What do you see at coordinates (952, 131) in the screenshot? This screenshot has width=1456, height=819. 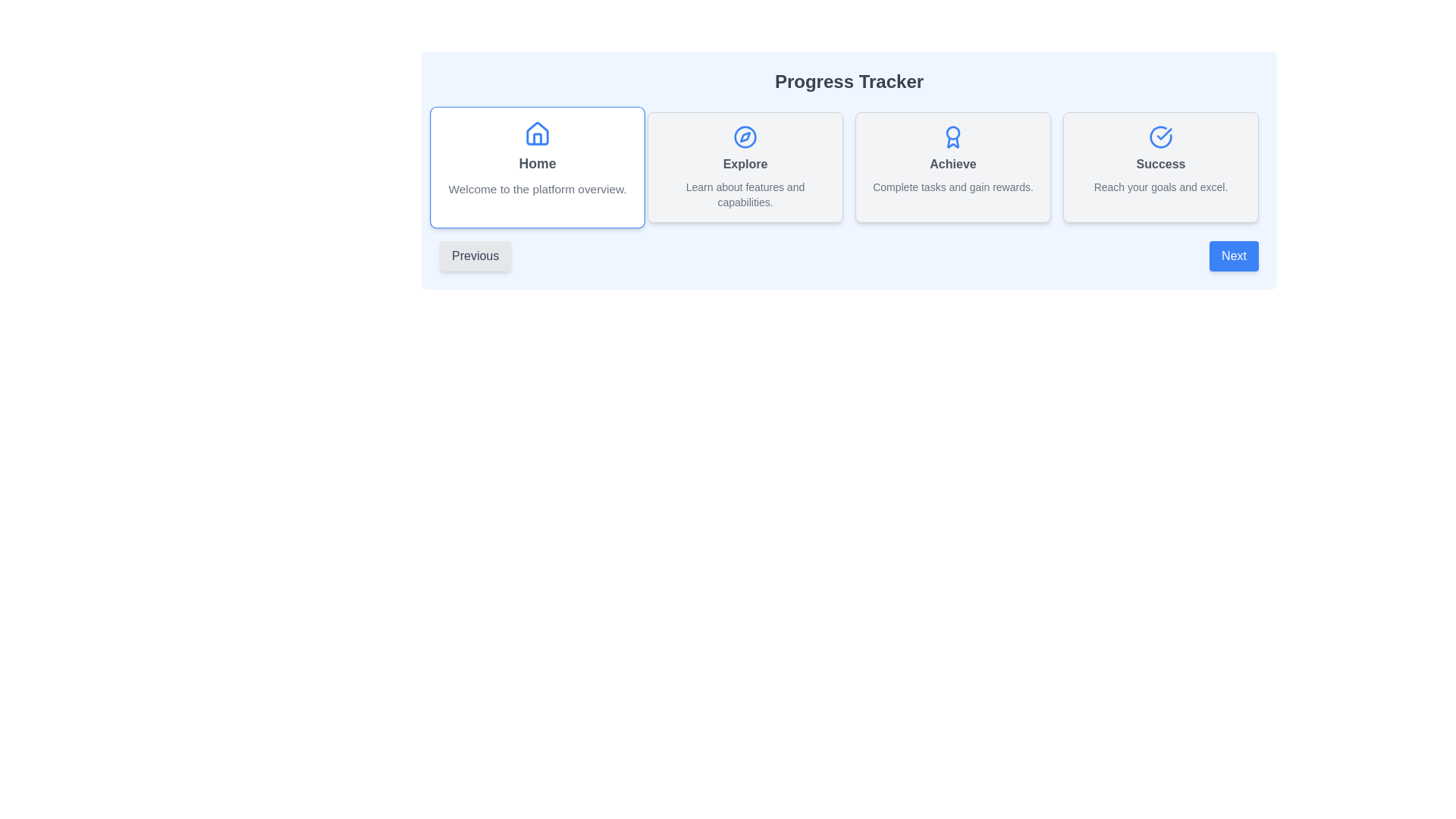 I see `the decorative graphic component of the award icon, which visually represents achievements in the Progress Tracker section above the 'Achieve' card` at bounding box center [952, 131].